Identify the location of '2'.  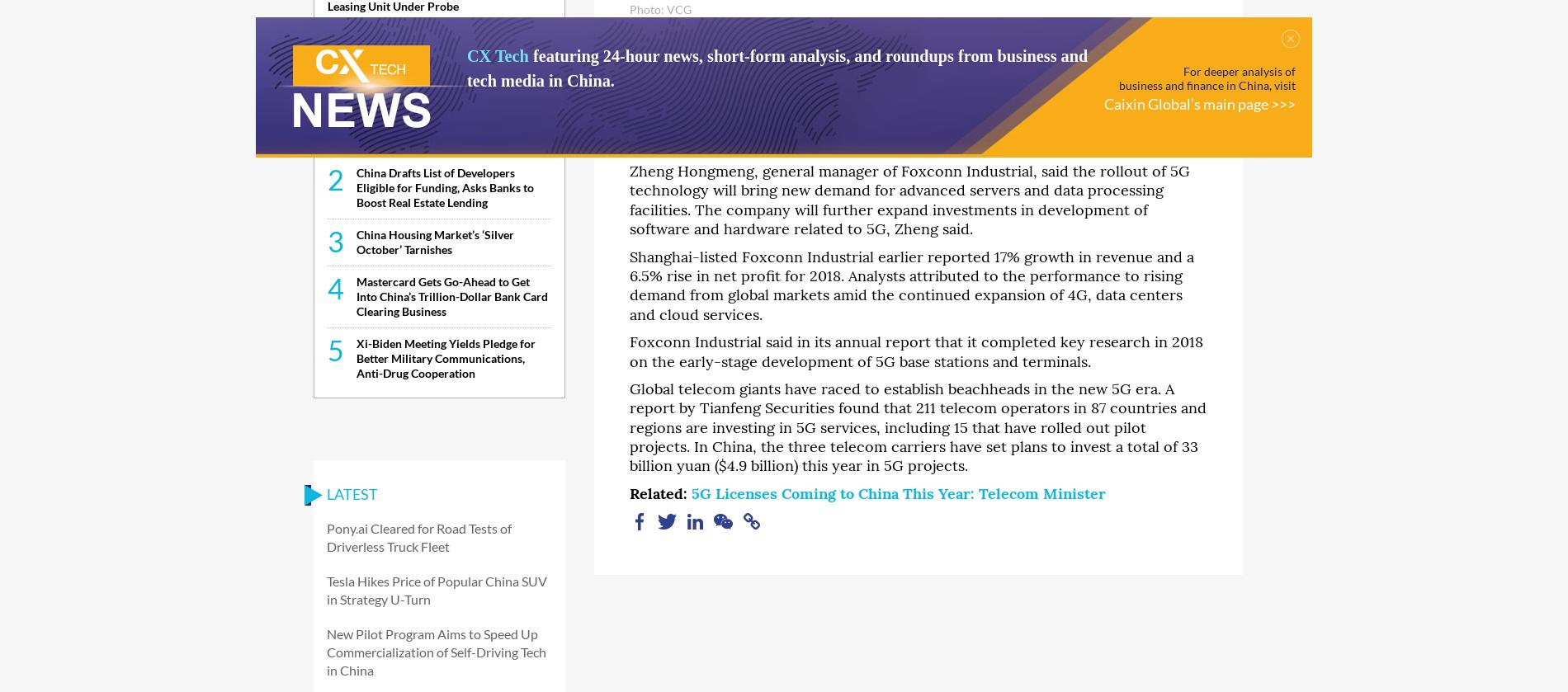
(326, 179).